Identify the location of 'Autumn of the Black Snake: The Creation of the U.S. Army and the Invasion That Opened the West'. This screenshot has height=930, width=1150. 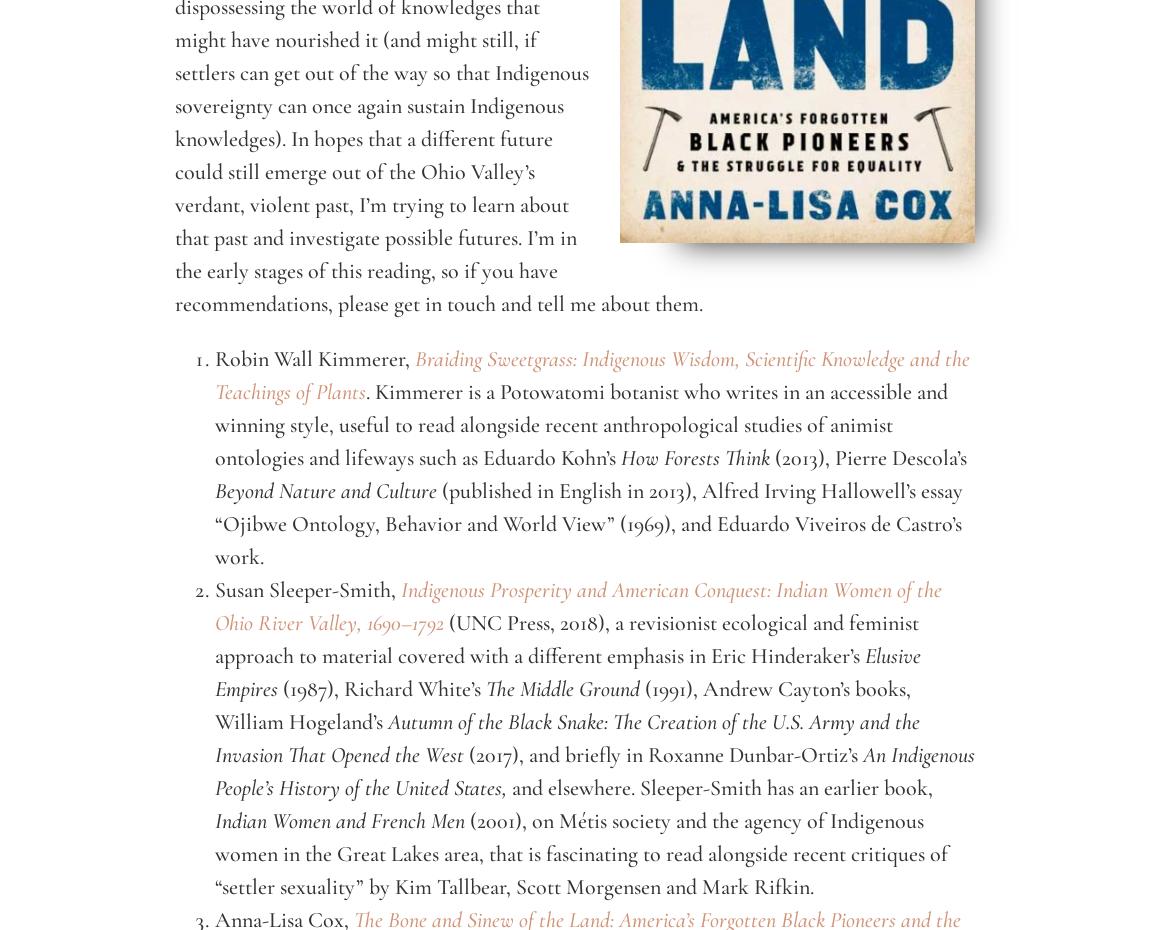
(567, 738).